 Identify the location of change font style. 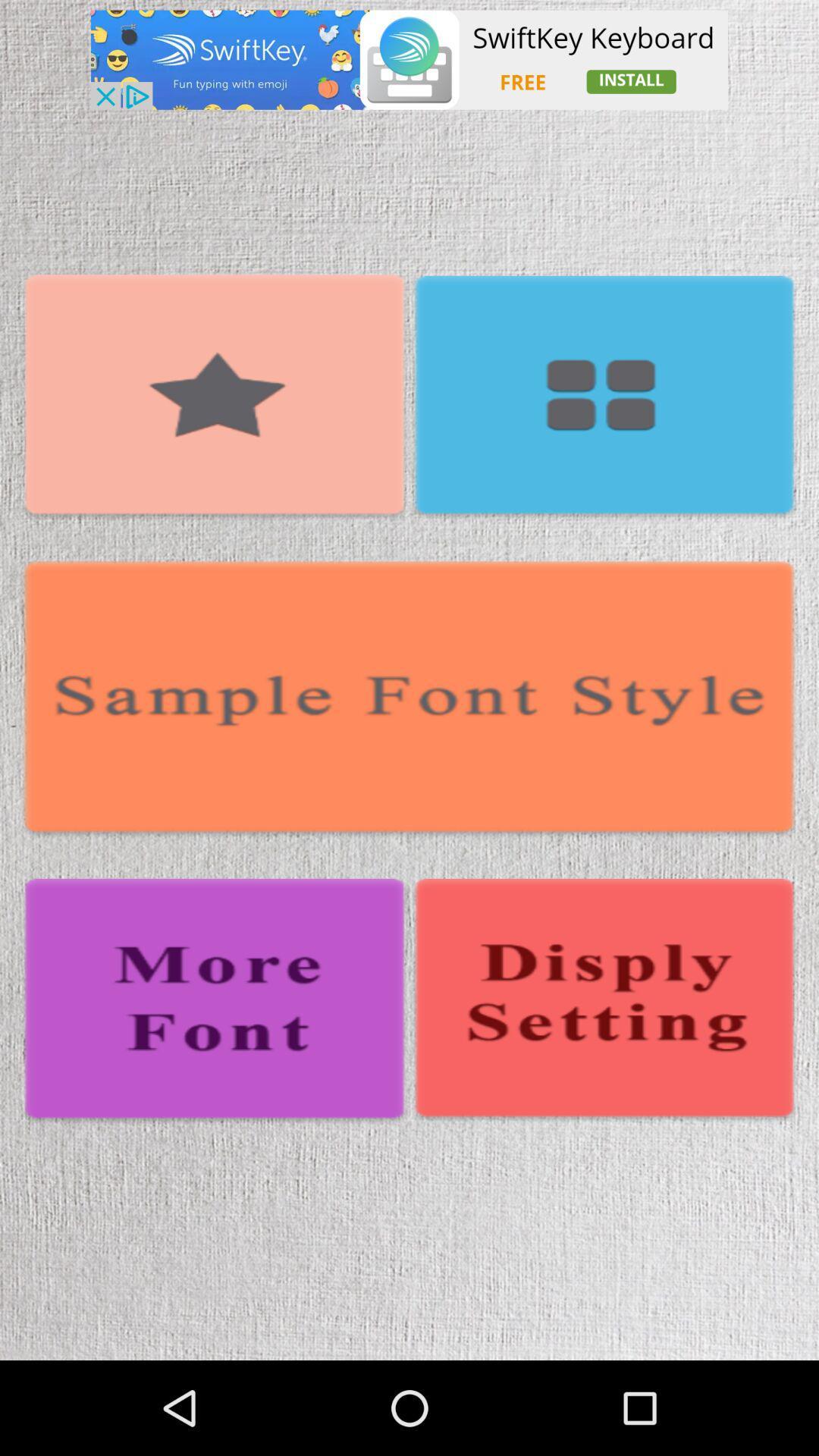
(215, 1002).